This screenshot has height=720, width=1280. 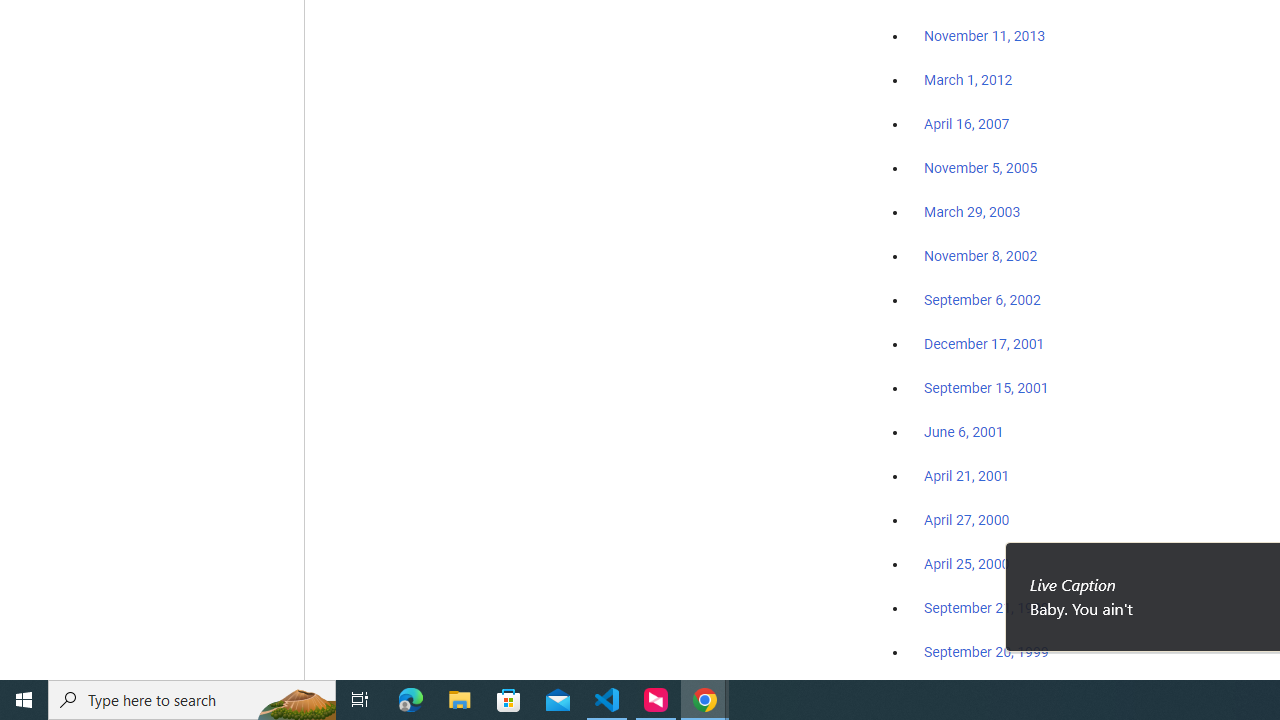 What do you see at coordinates (967, 476) in the screenshot?
I see `'April 21, 2001'` at bounding box center [967, 476].